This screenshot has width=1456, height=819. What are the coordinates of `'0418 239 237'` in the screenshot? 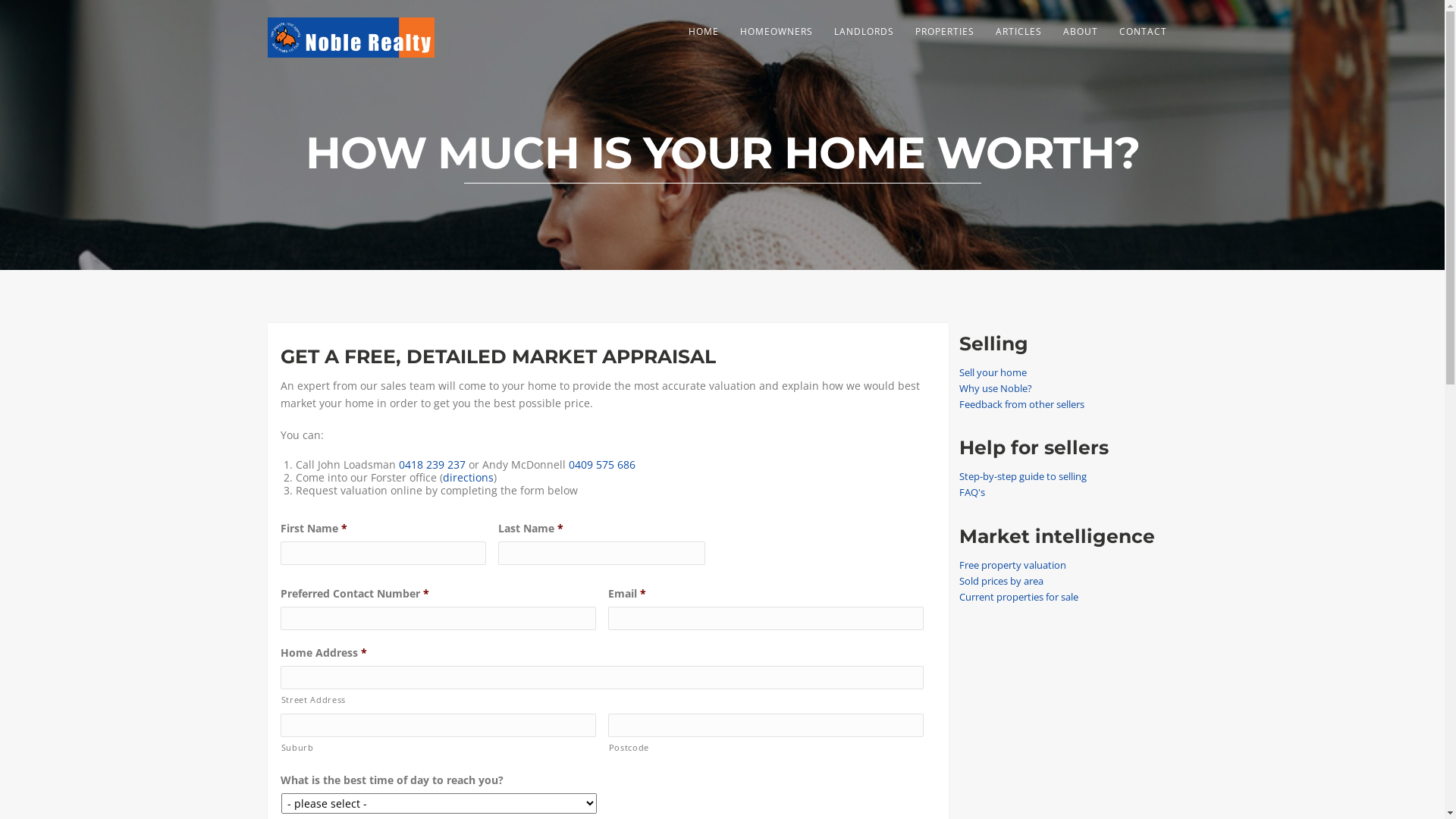 It's located at (431, 463).